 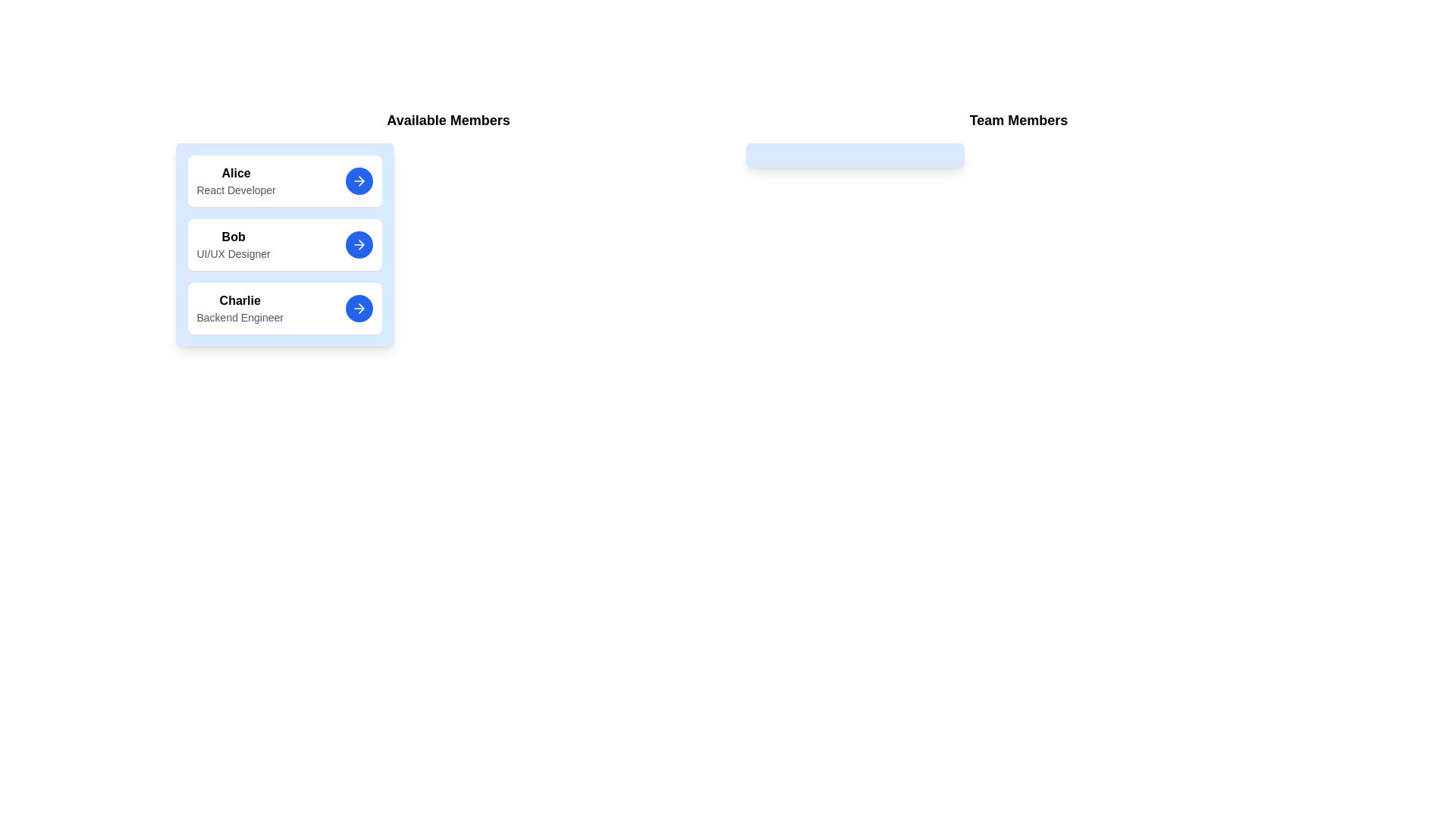 What do you see at coordinates (358, 308) in the screenshot?
I see `arrow button next to Charlie to move them to the team` at bounding box center [358, 308].